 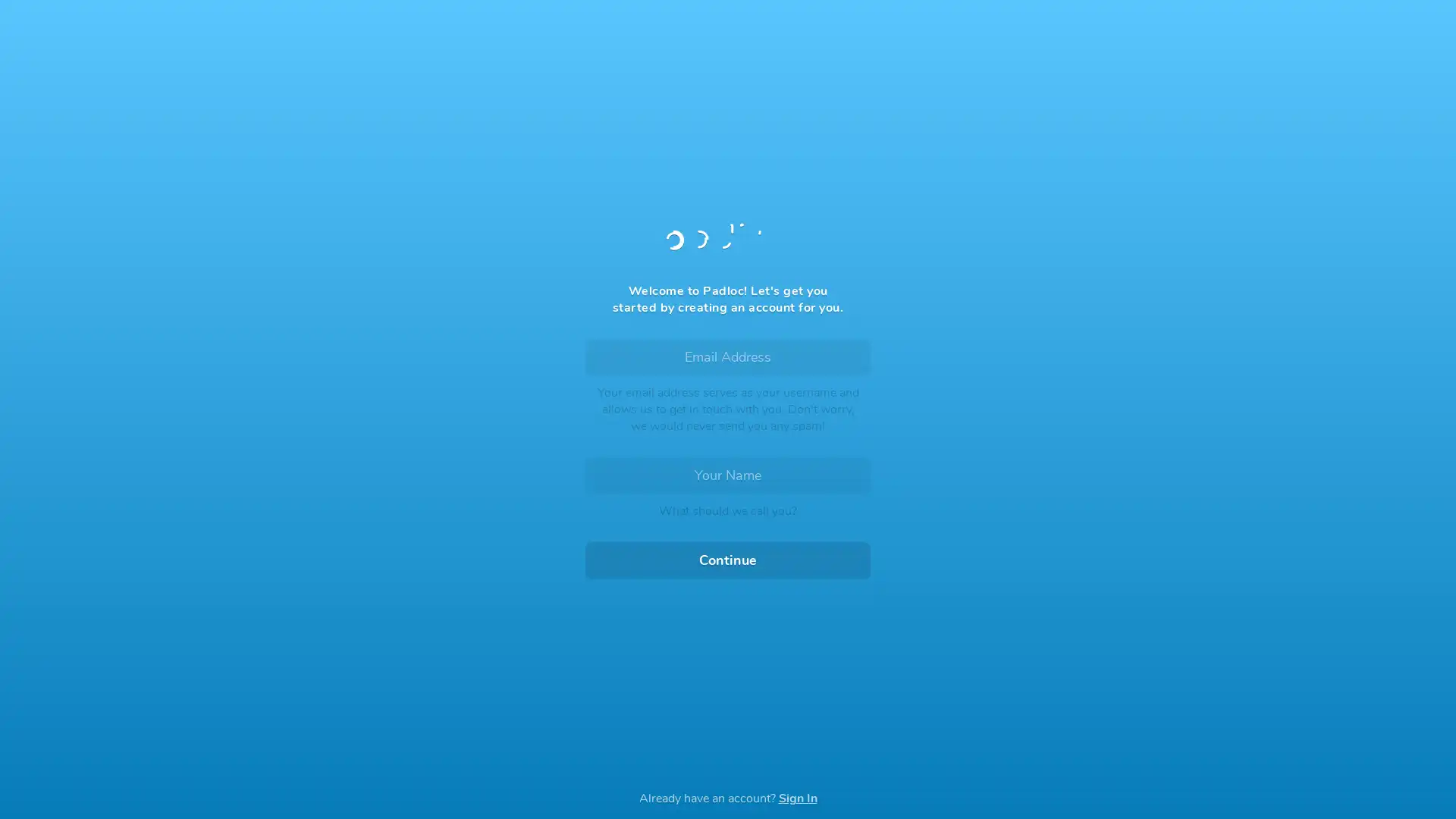 I want to click on Recover Account, so click(x=728, y=692).